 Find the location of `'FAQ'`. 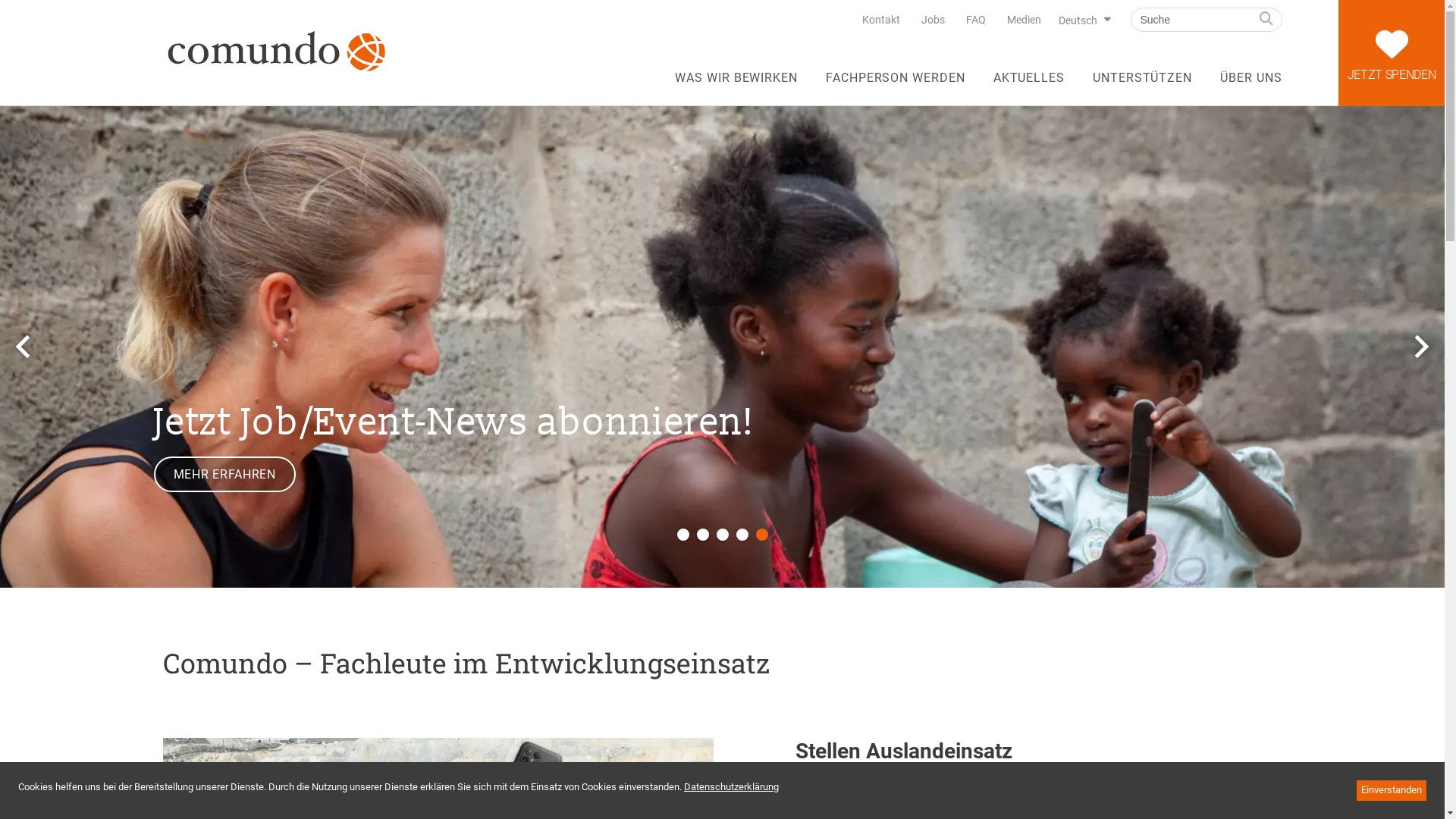

'FAQ' is located at coordinates (975, 20).